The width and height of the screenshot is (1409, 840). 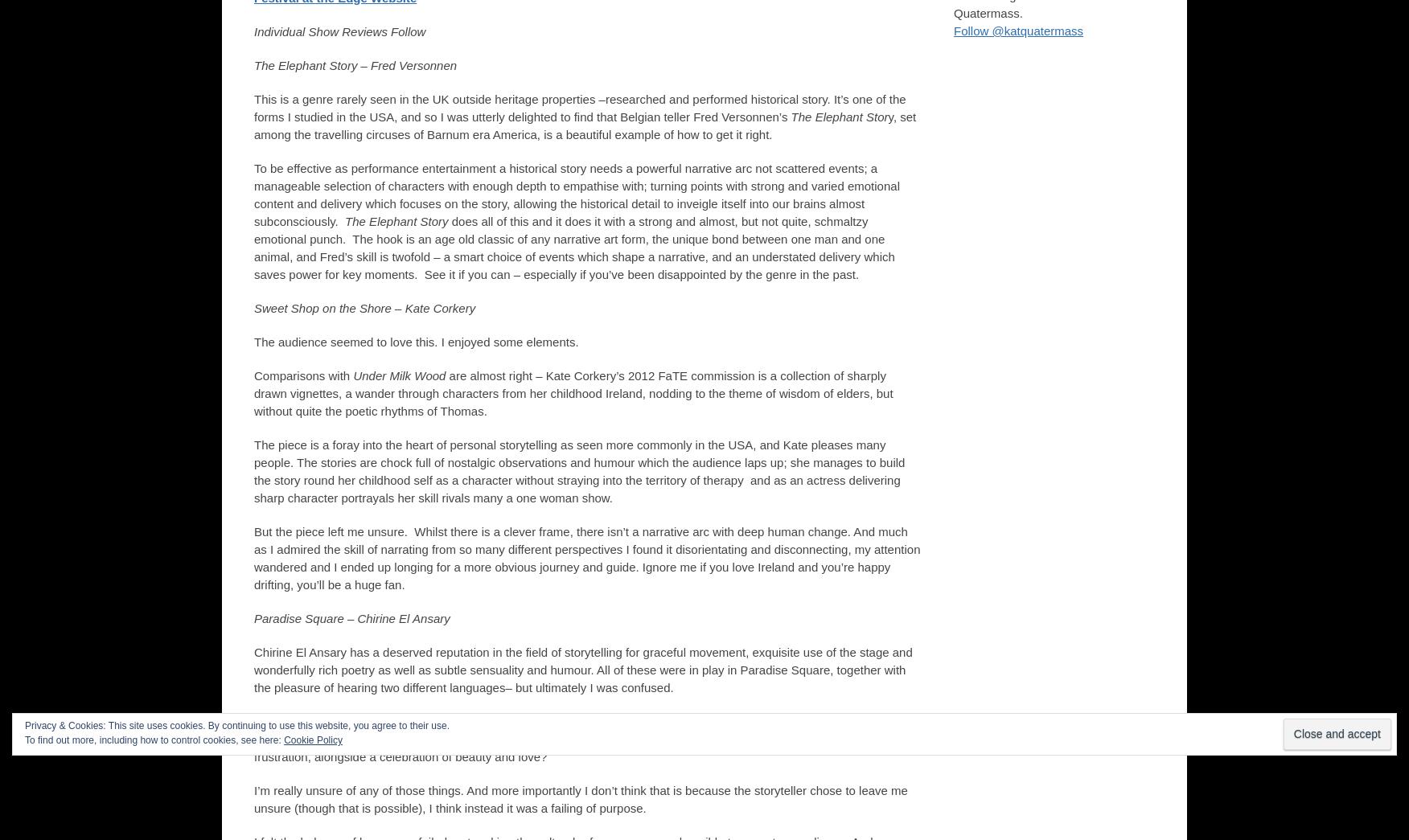 I want to click on 'The Elephant Story – Fred Versonnen', so click(x=355, y=65).